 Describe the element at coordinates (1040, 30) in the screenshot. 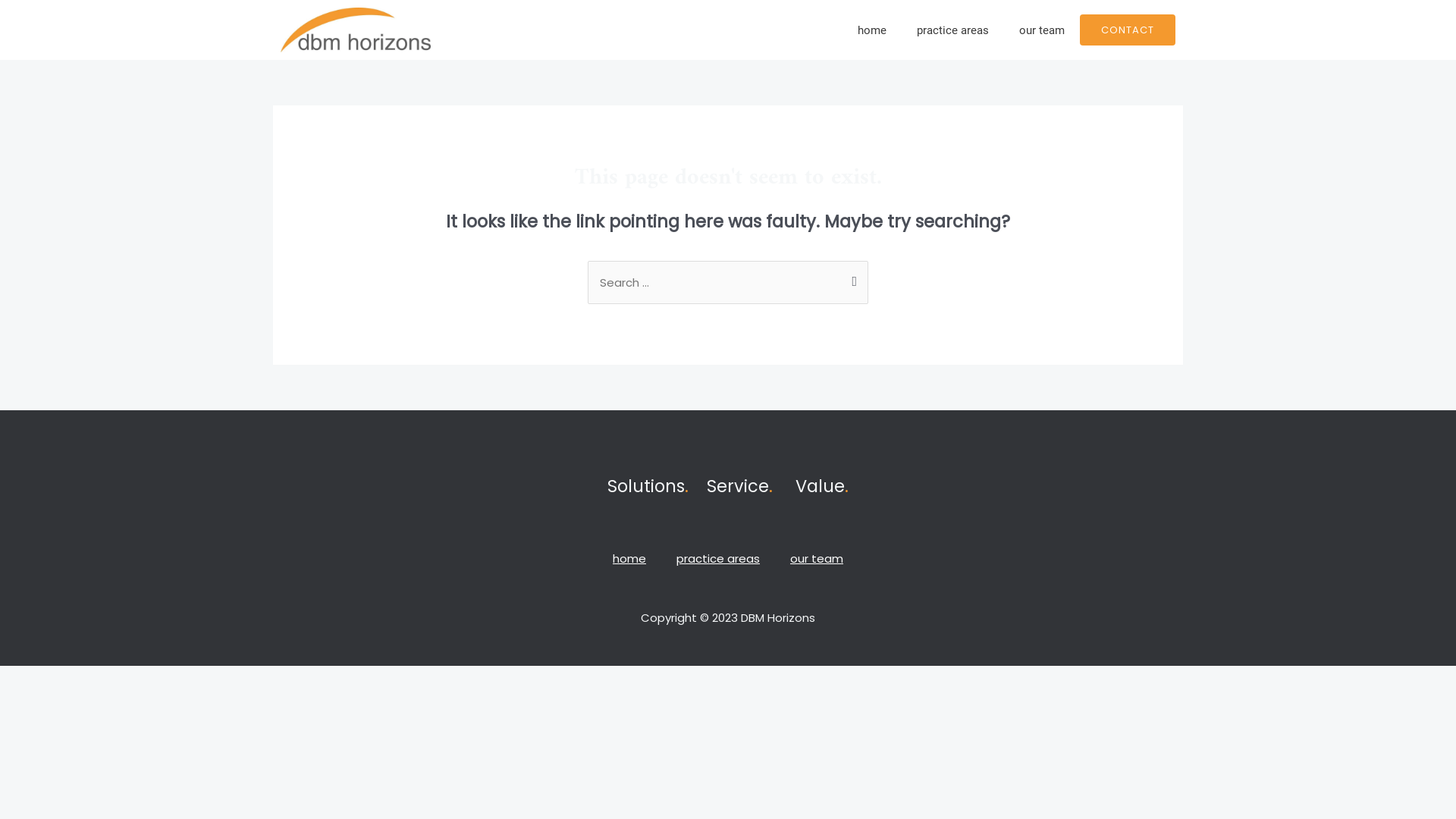

I see `'our team'` at that location.